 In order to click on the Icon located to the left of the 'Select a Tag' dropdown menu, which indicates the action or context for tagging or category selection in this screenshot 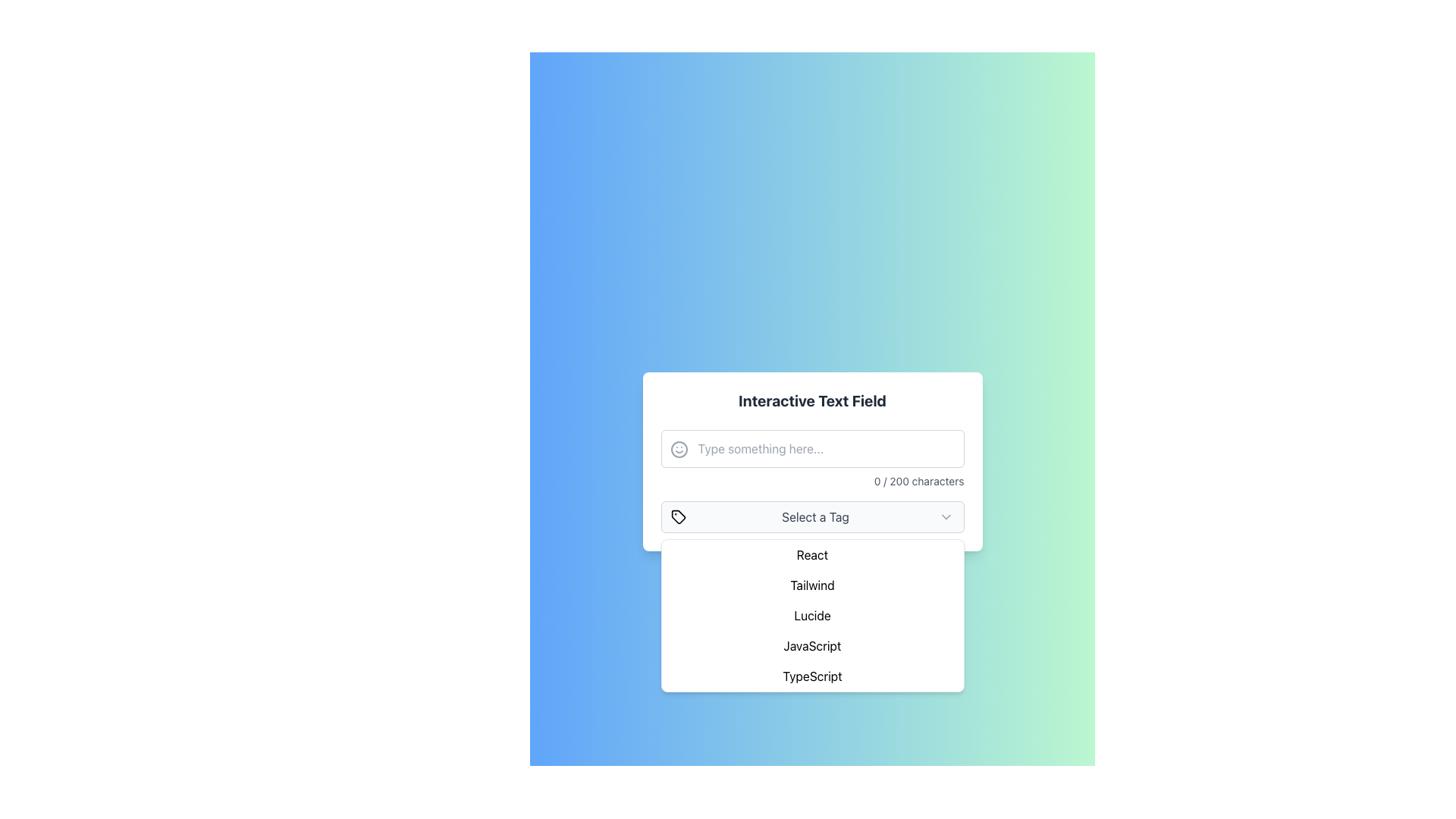, I will do `click(677, 516)`.